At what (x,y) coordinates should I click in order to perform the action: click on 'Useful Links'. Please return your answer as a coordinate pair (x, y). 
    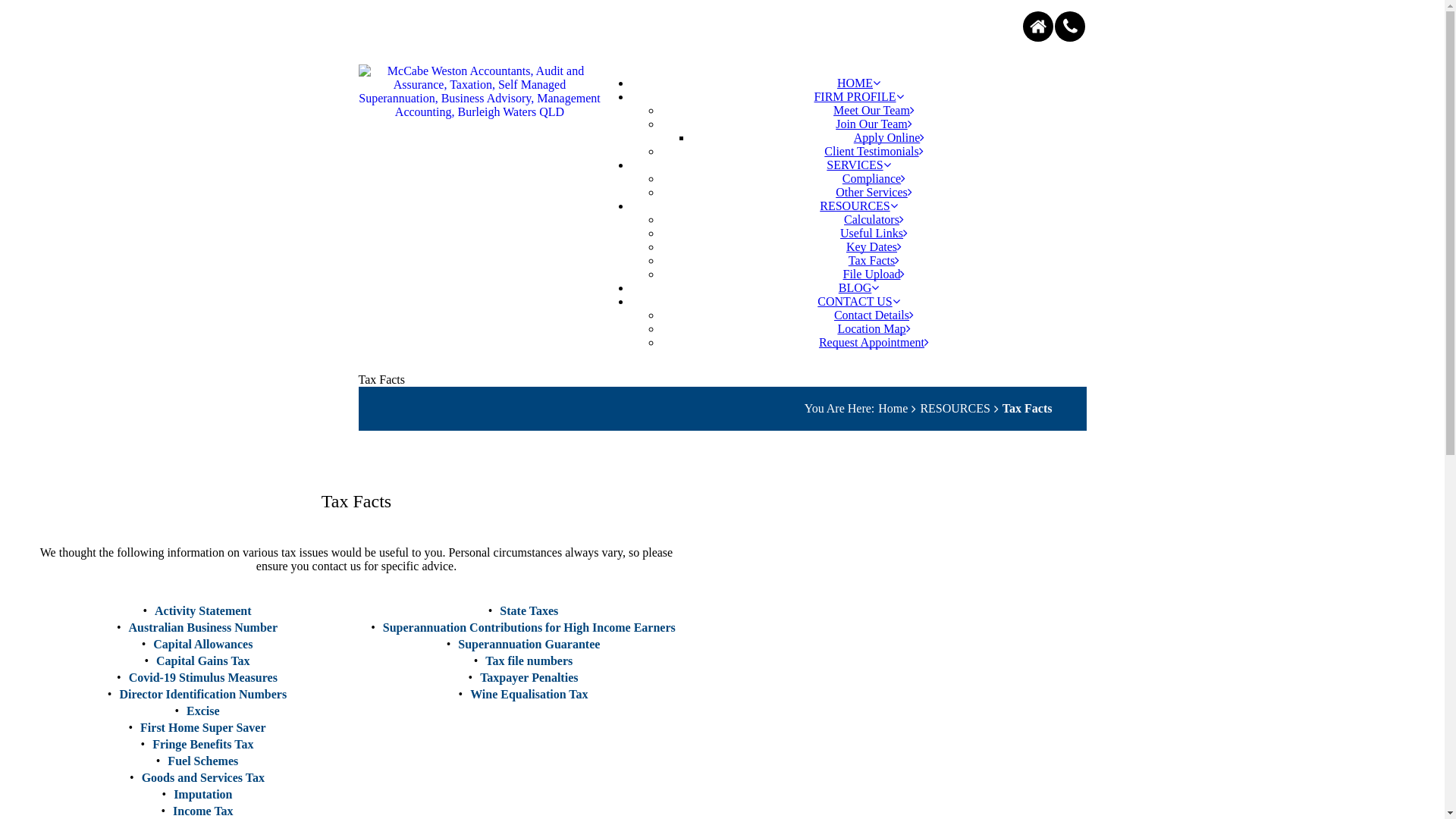
    Looking at the image, I should click on (839, 233).